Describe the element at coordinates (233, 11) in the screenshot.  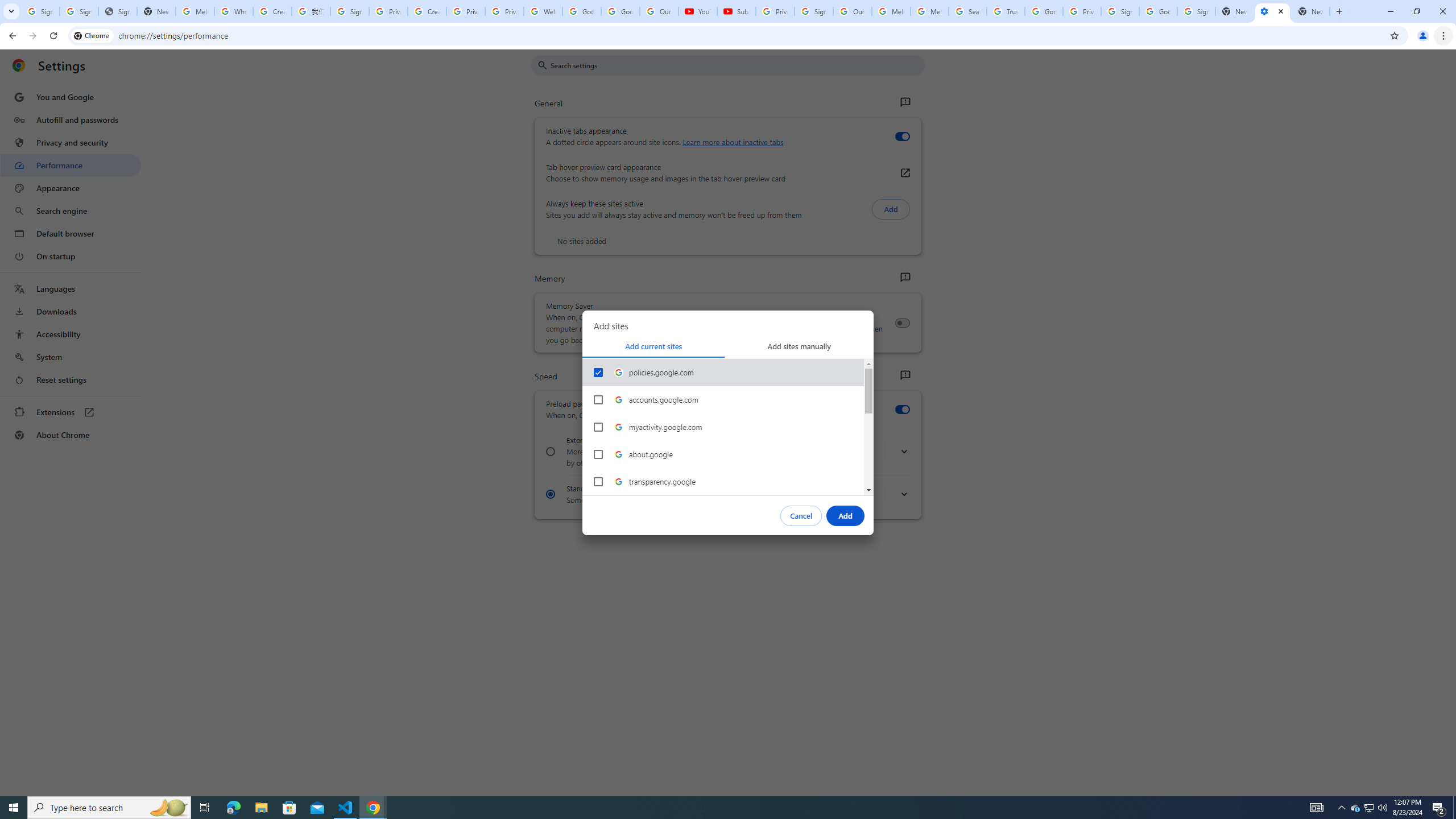
I see `'Who is my administrator? - Google Account Help'` at that location.